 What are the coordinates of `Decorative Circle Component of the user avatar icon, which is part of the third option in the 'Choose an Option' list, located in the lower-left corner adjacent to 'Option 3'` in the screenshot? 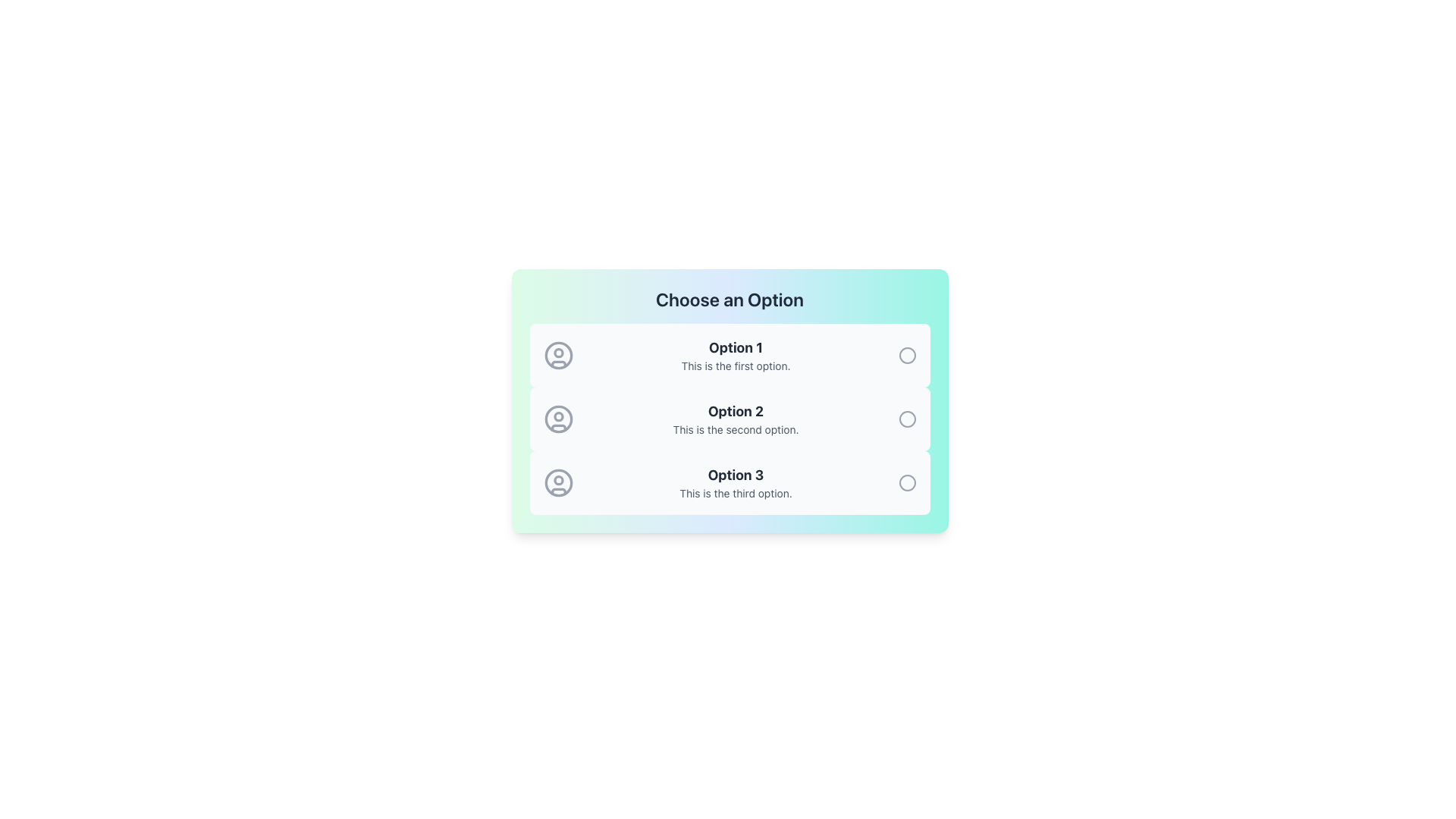 It's located at (557, 480).